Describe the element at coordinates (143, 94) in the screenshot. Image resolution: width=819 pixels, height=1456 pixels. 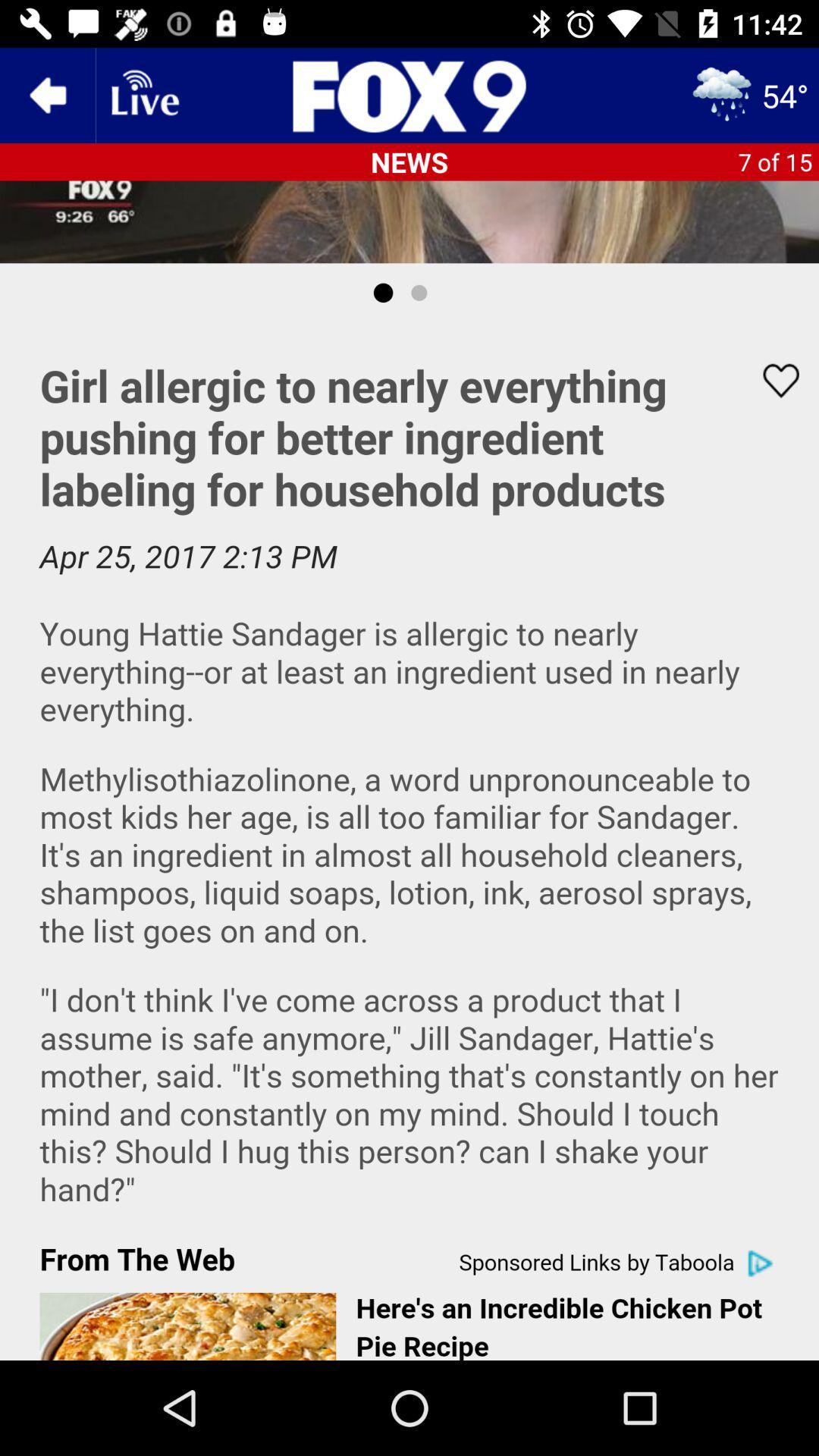
I see `fox9 news app live status` at that location.